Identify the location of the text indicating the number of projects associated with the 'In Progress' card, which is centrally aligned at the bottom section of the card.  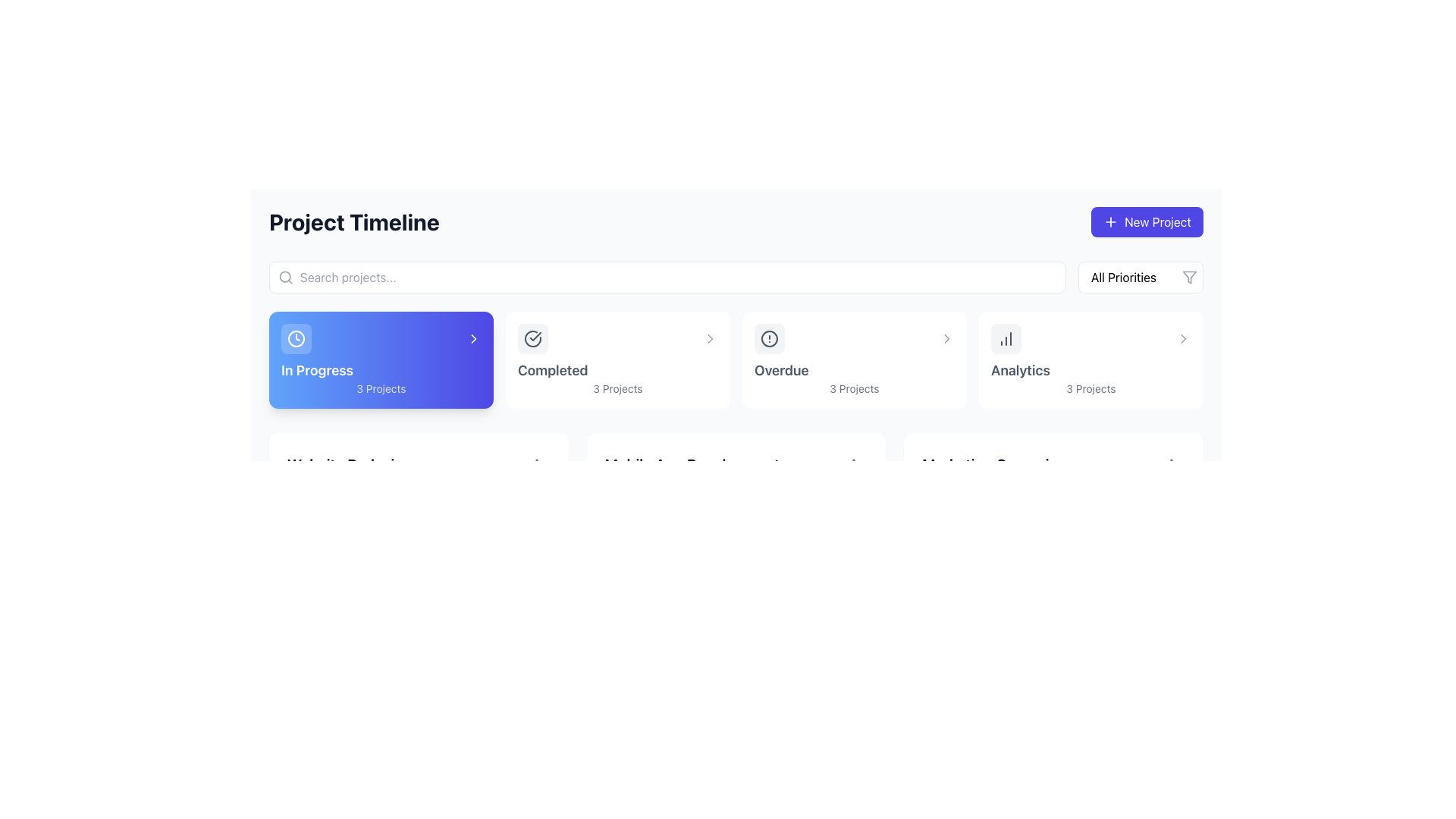
(381, 388).